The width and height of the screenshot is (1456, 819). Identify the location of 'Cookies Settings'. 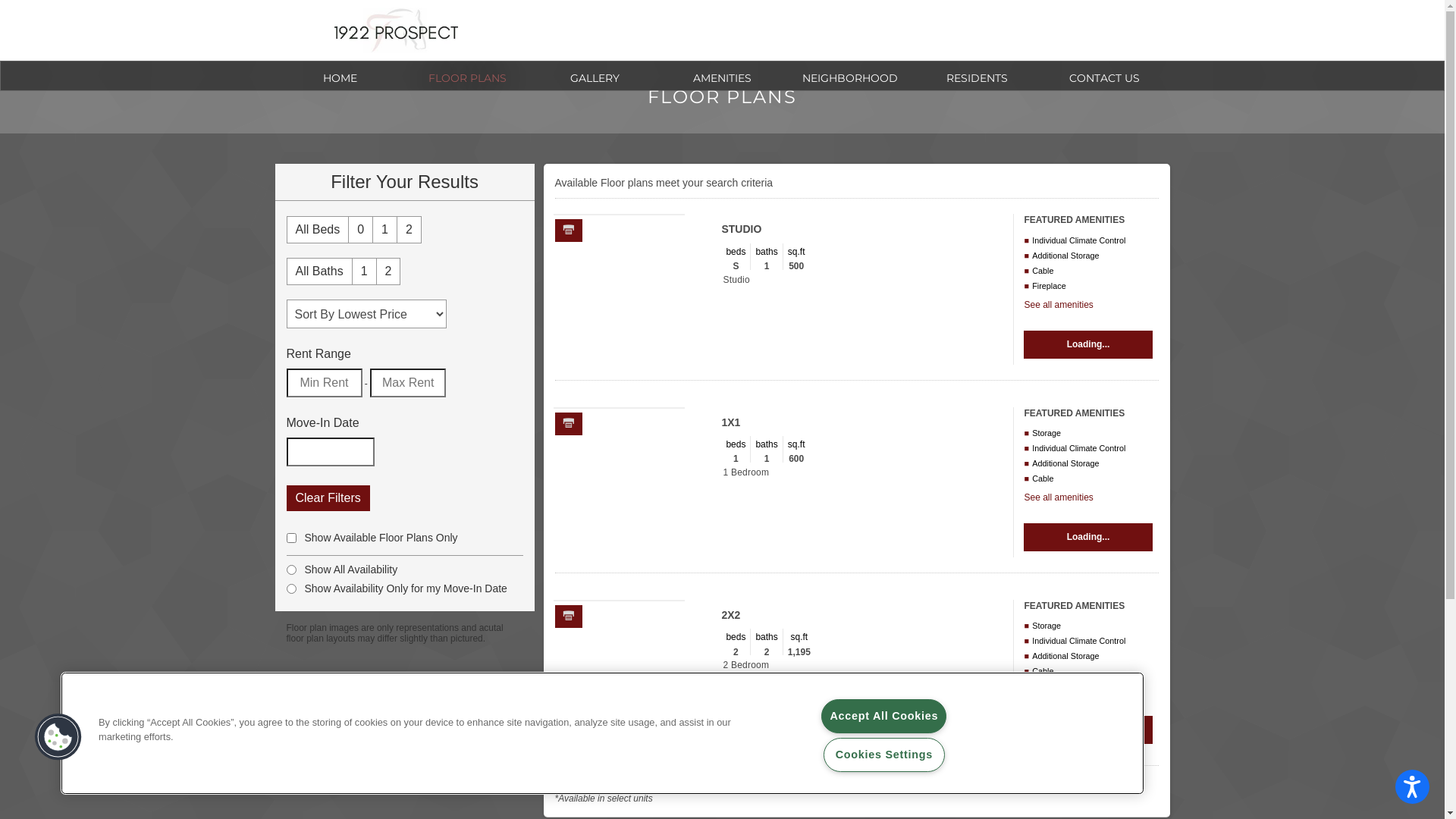
(884, 755).